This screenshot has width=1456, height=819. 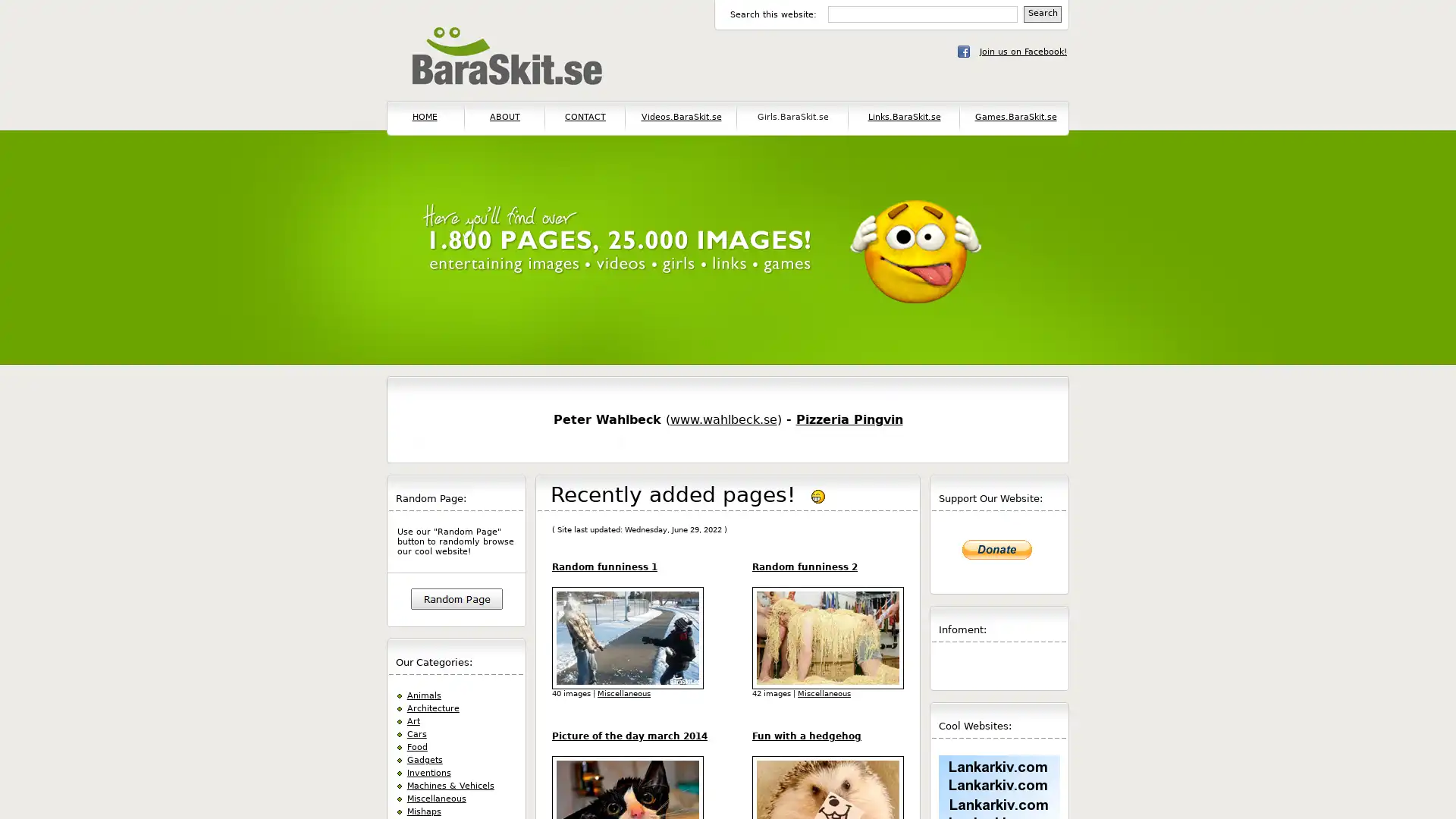 I want to click on PayPal - The safer, easier way to pay online., so click(x=997, y=550).